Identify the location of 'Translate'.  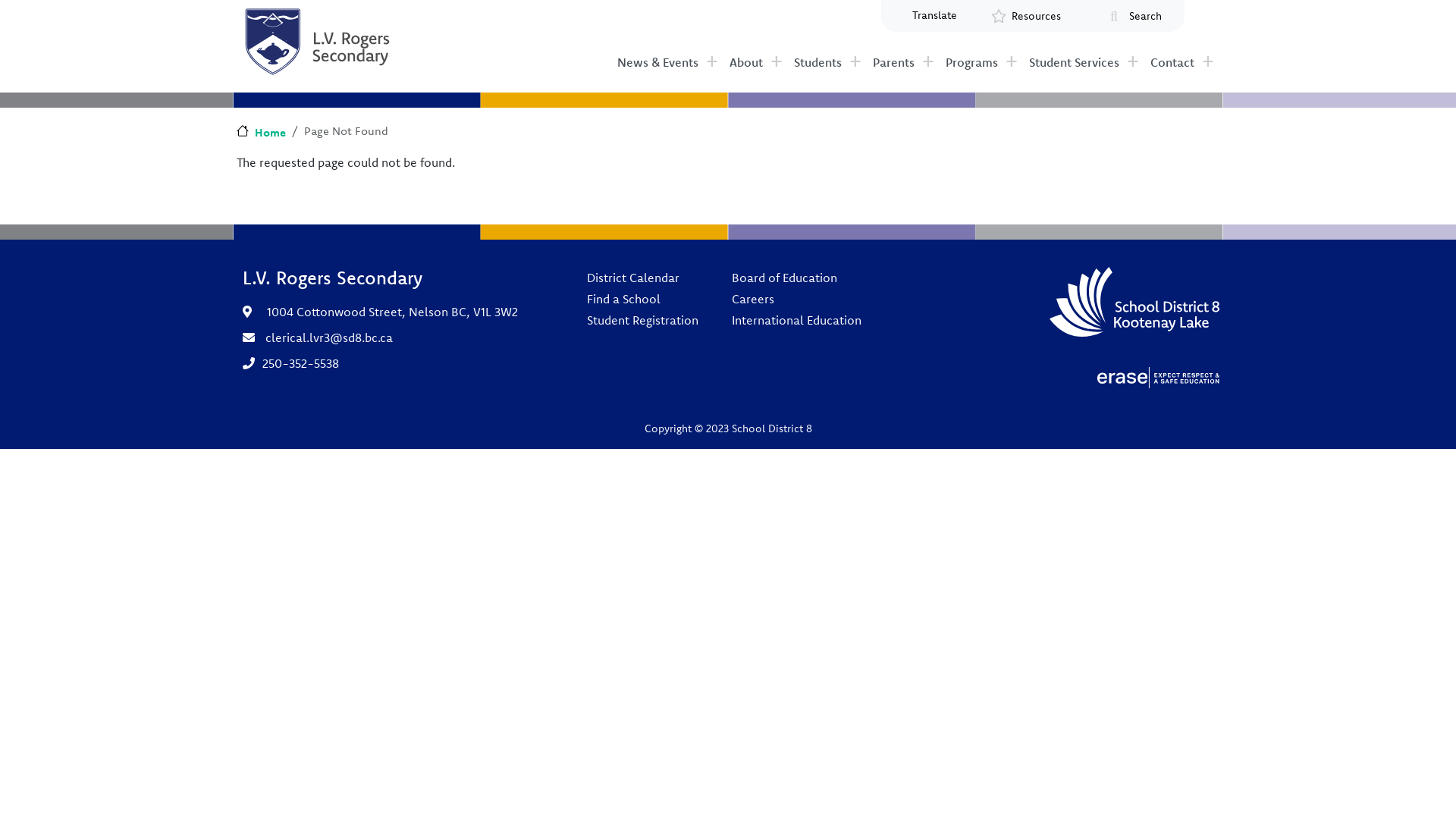
(898, 15).